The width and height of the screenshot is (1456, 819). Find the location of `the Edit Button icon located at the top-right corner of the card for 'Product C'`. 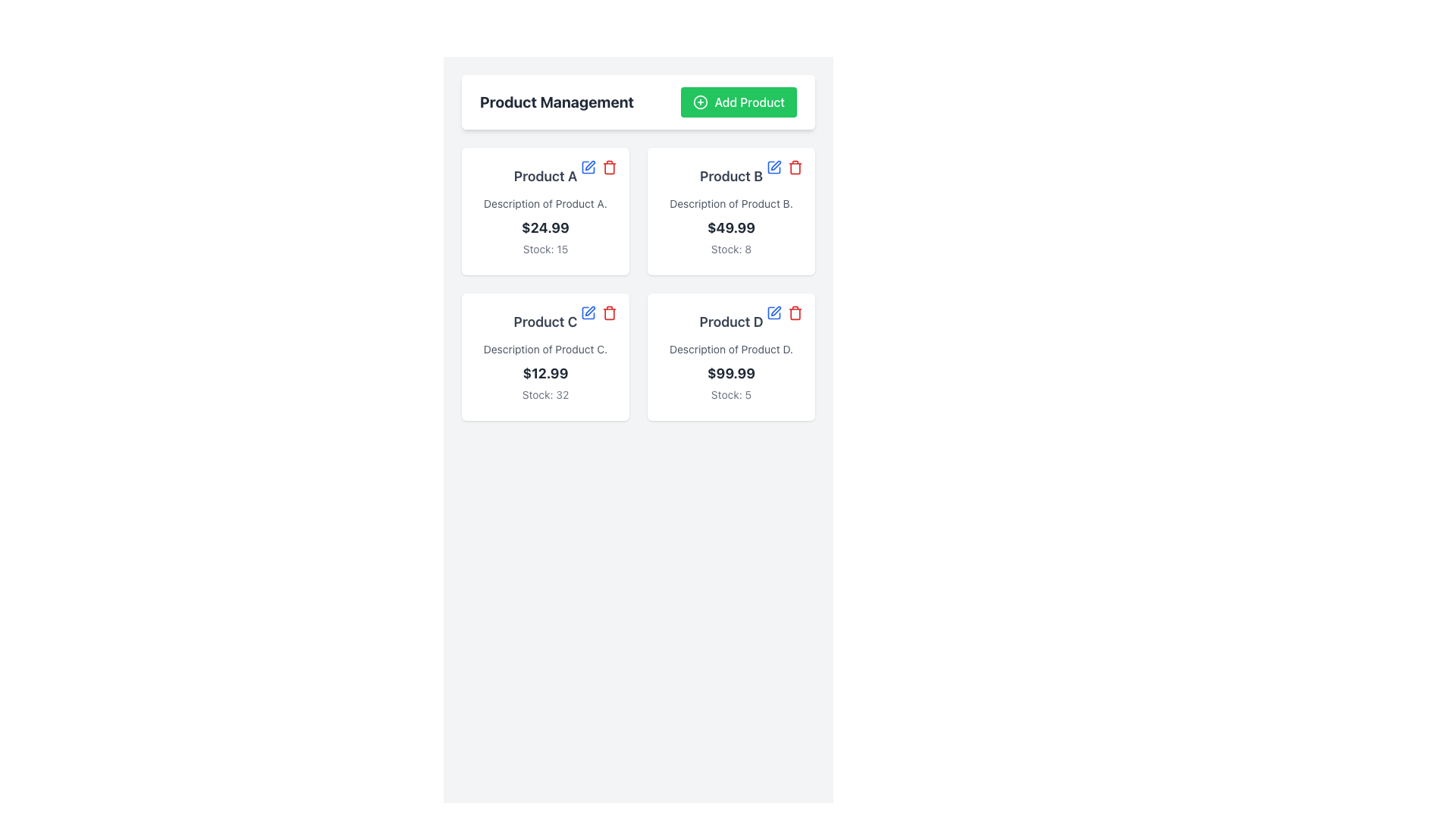

the Edit Button icon located at the top-right corner of the card for 'Product C' is located at coordinates (588, 312).